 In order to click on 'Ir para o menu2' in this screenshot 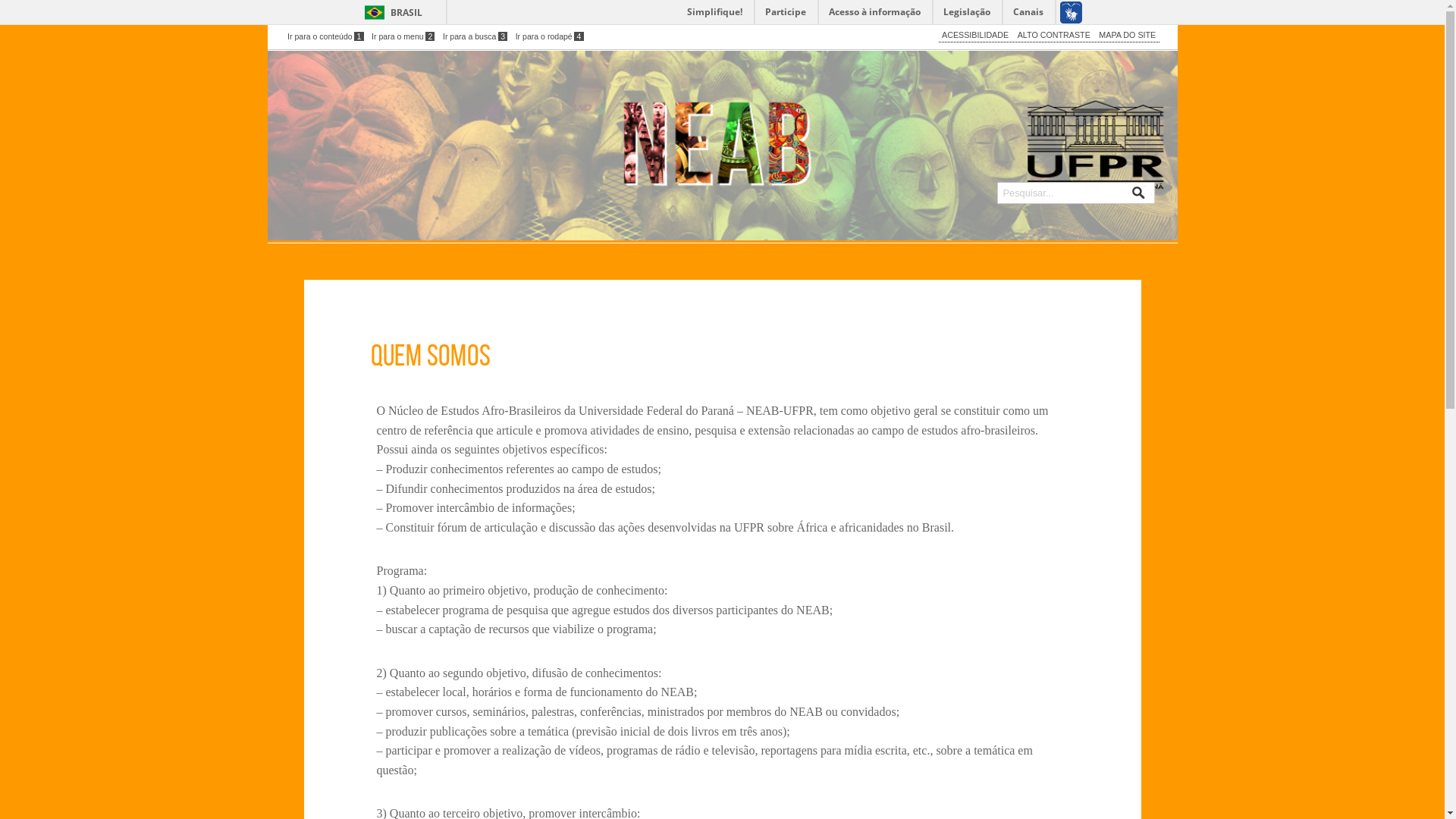, I will do `click(403, 36)`.